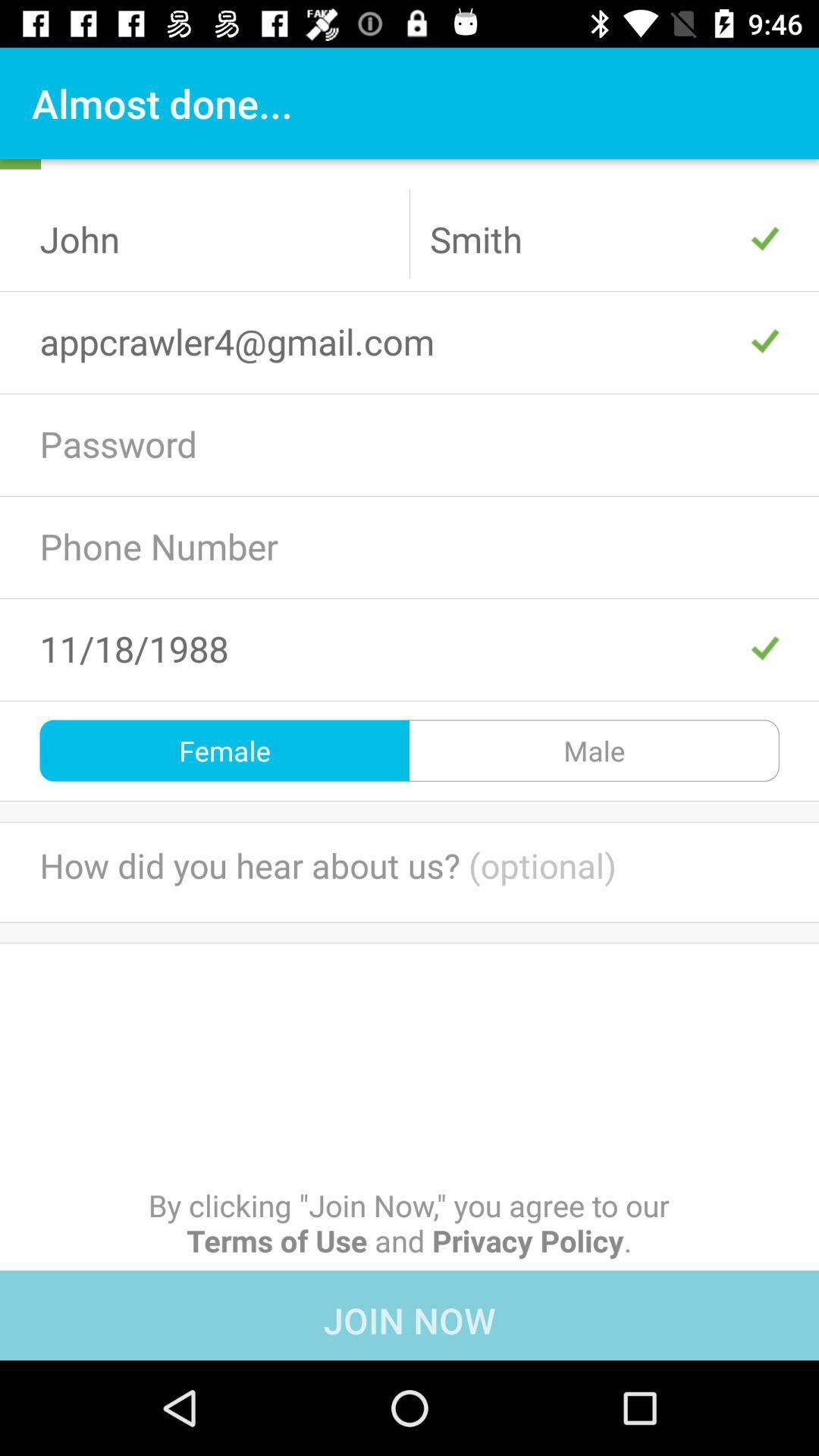  What do you see at coordinates (224, 750) in the screenshot?
I see `the female on the left` at bounding box center [224, 750].